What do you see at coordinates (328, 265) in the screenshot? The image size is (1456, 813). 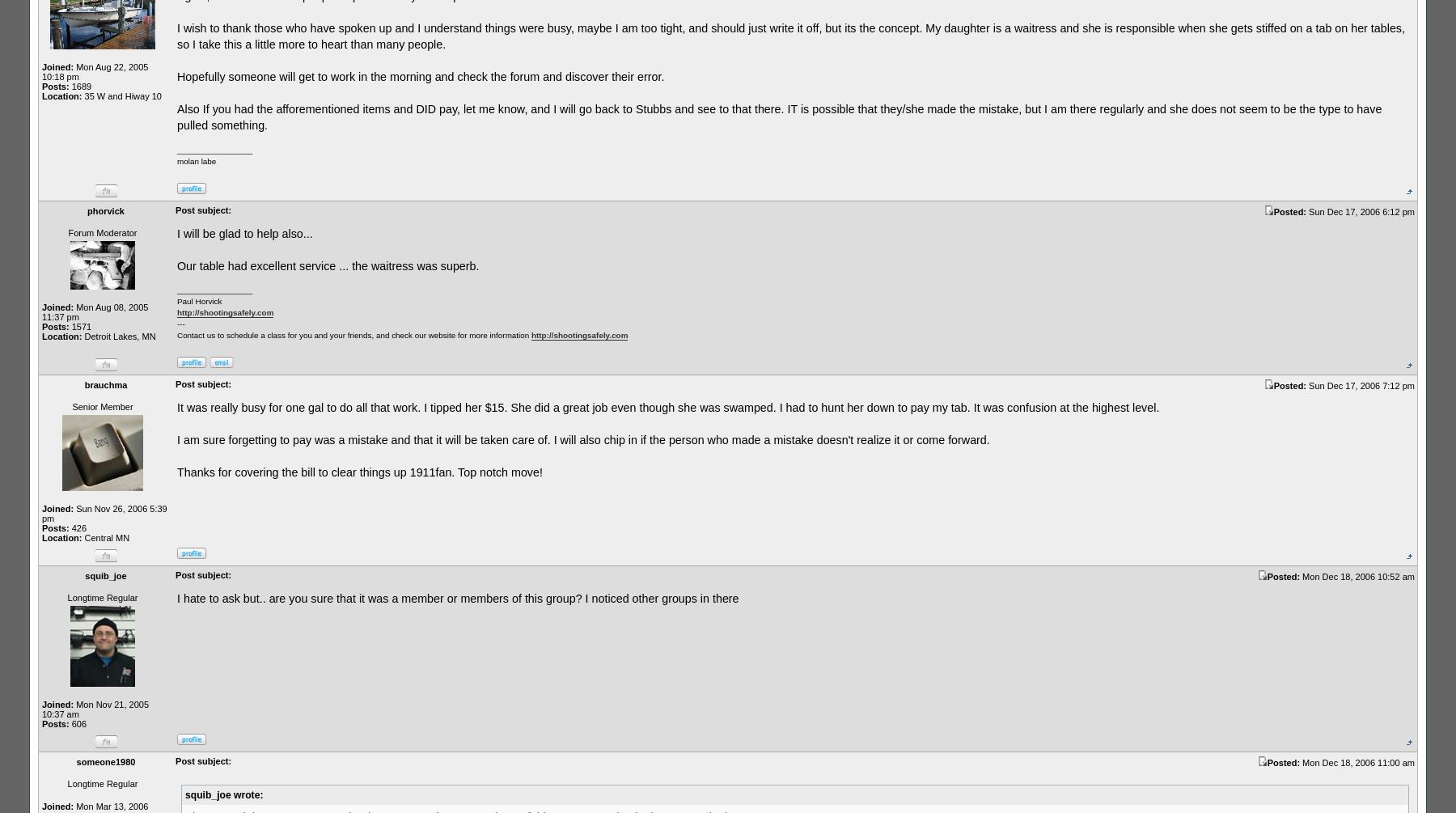 I see `'Our table had excellent service ... the waitress was superb.'` at bounding box center [328, 265].